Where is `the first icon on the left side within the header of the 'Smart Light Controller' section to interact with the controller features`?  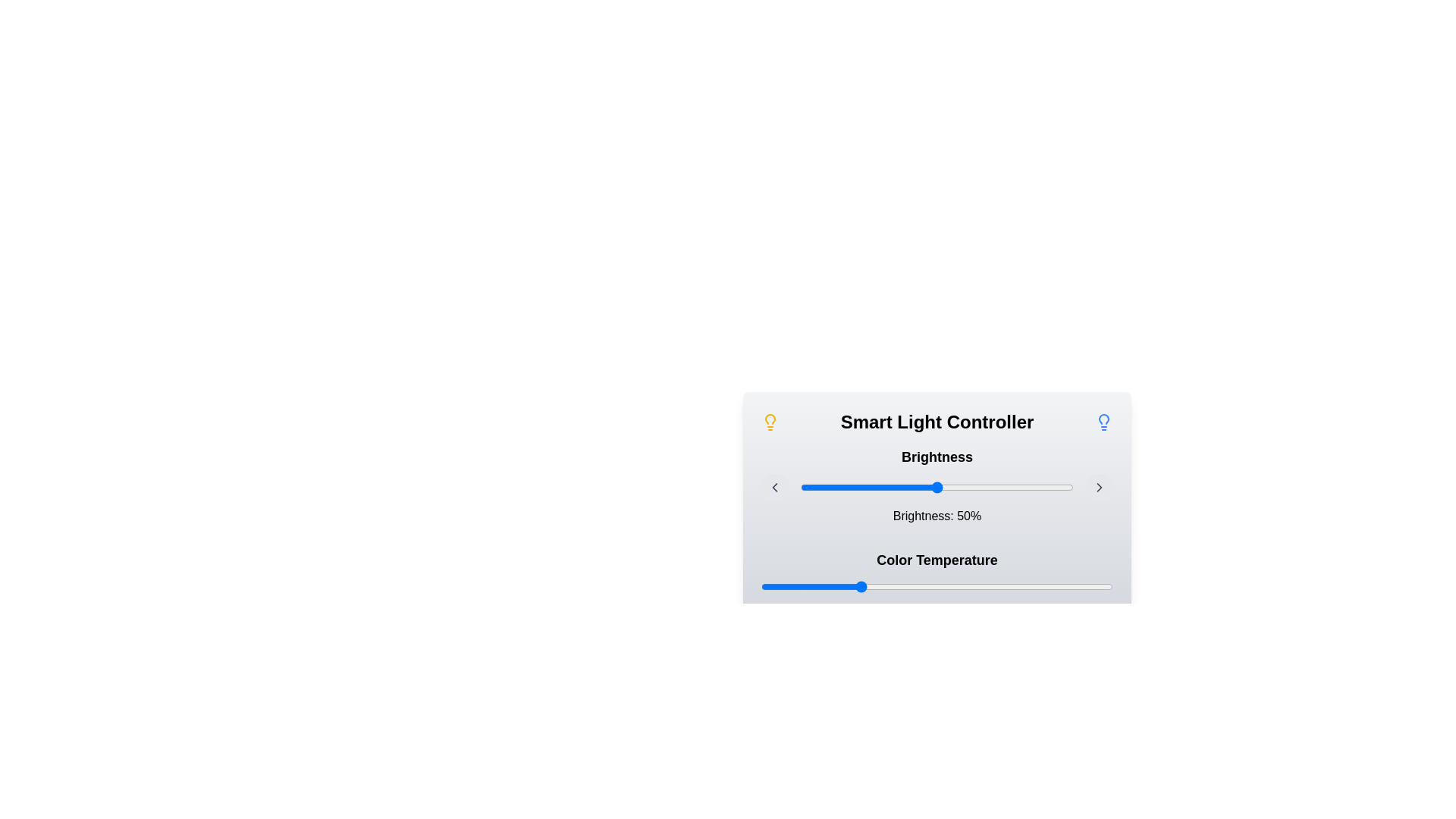 the first icon on the left side within the header of the 'Smart Light Controller' section to interact with the controller features is located at coordinates (770, 422).